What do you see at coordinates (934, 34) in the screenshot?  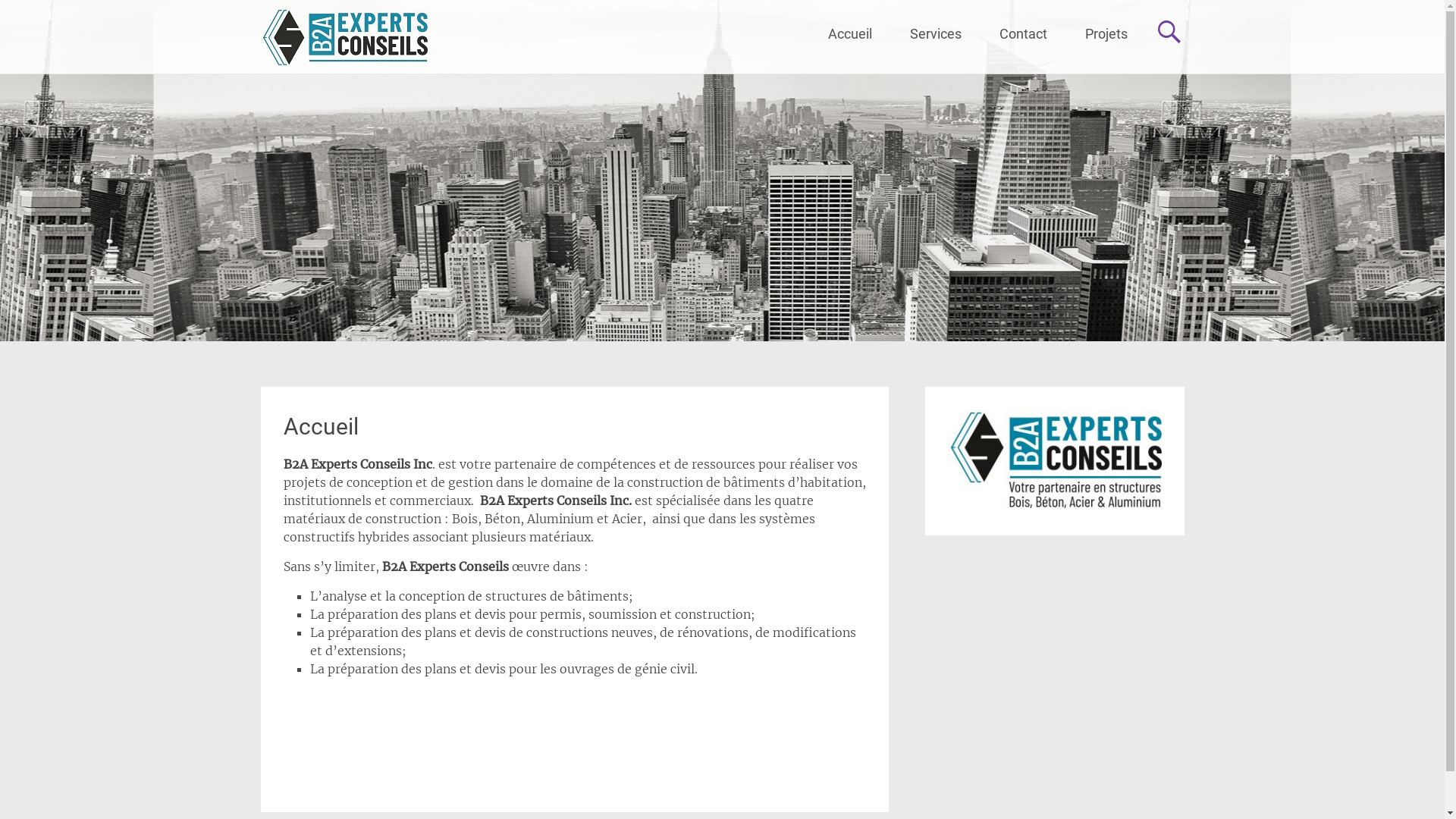 I see `'Services'` at bounding box center [934, 34].